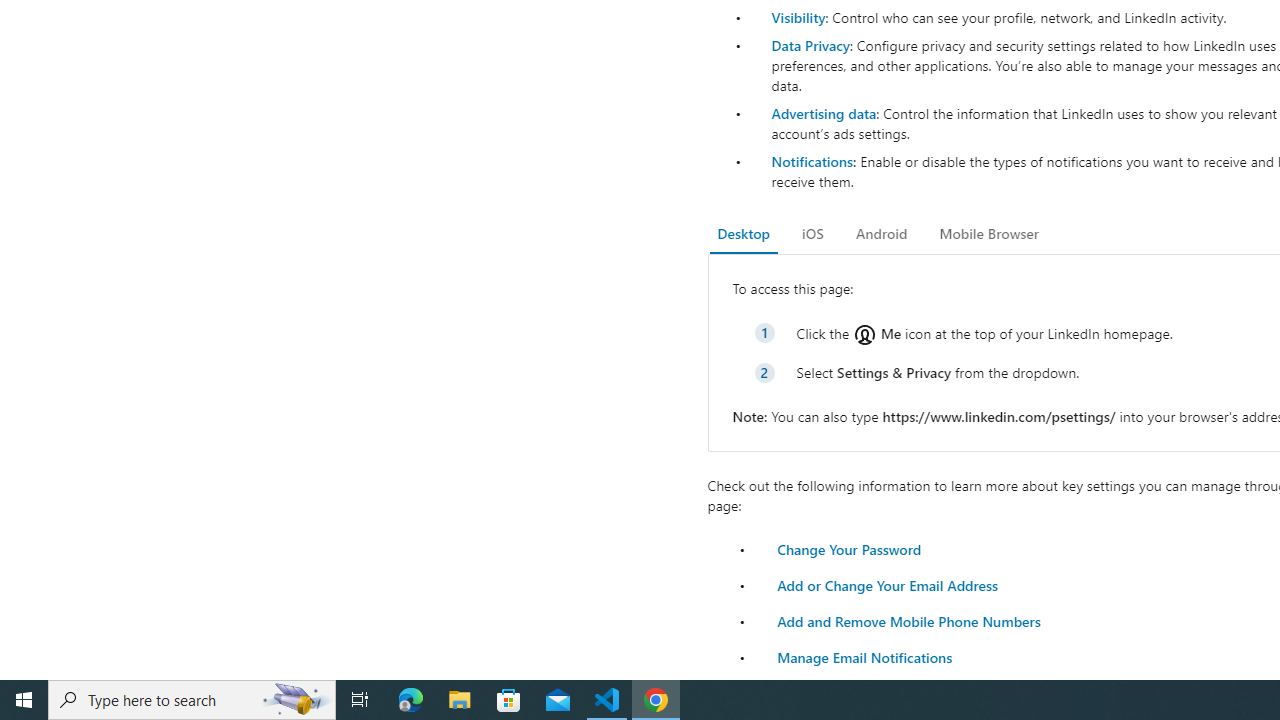  Describe the element at coordinates (797, 17) in the screenshot. I see `'Visibility'` at that location.